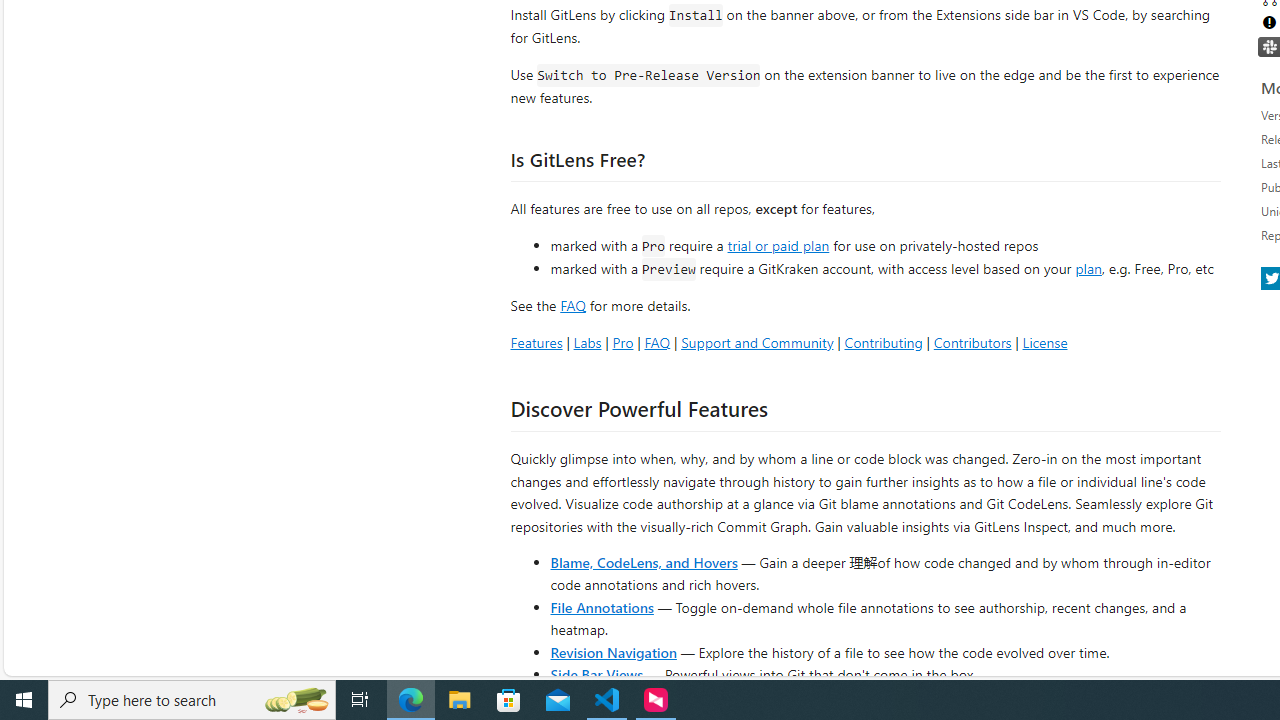 Image resolution: width=1280 pixels, height=720 pixels. What do you see at coordinates (621, 341) in the screenshot?
I see `'Pro'` at bounding box center [621, 341].